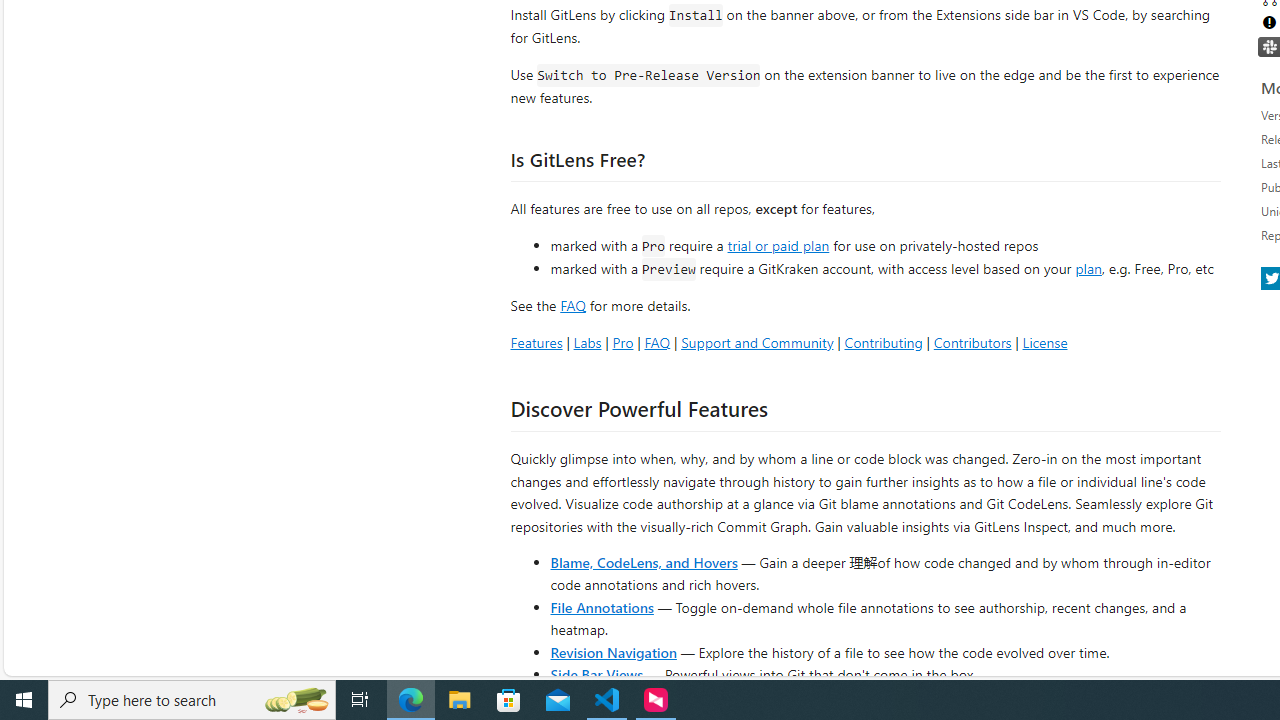 Image resolution: width=1280 pixels, height=720 pixels. What do you see at coordinates (621, 341) in the screenshot?
I see `'Pro'` at bounding box center [621, 341].